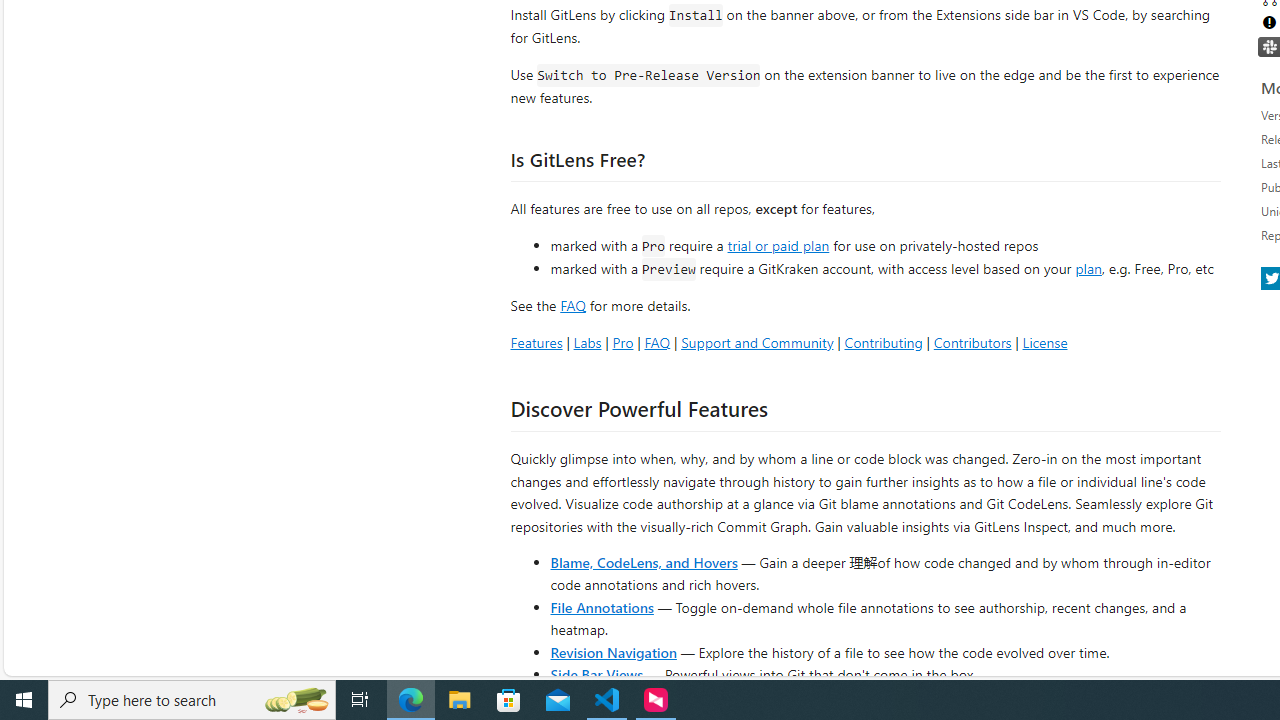 Image resolution: width=1280 pixels, height=720 pixels. What do you see at coordinates (621, 341) in the screenshot?
I see `'Pro'` at bounding box center [621, 341].